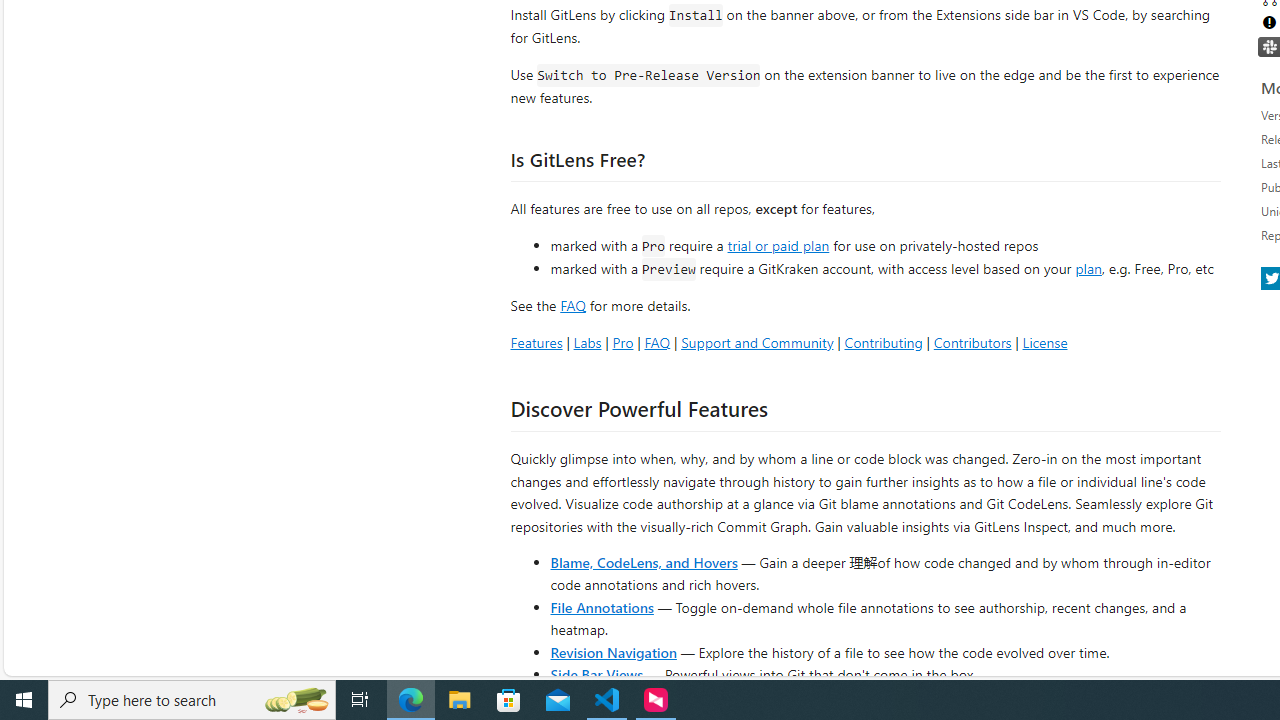 Image resolution: width=1280 pixels, height=720 pixels. What do you see at coordinates (621, 341) in the screenshot?
I see `'Pro'` at bounding box center [621, 341].